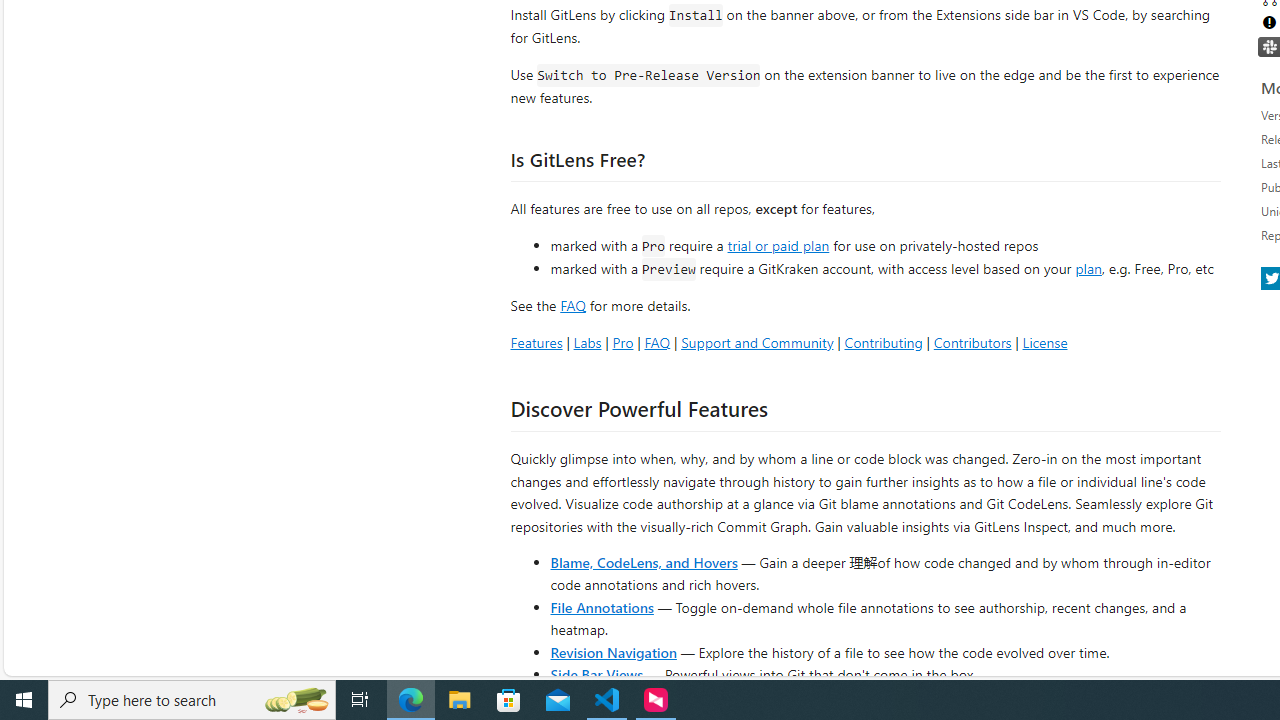 Image resolution: width=1280 pixels, height=720 pixels. What do you see at coordinates (621, 341) in the screenshot?
I see `'Pro'` at bounding box center [621, 341].